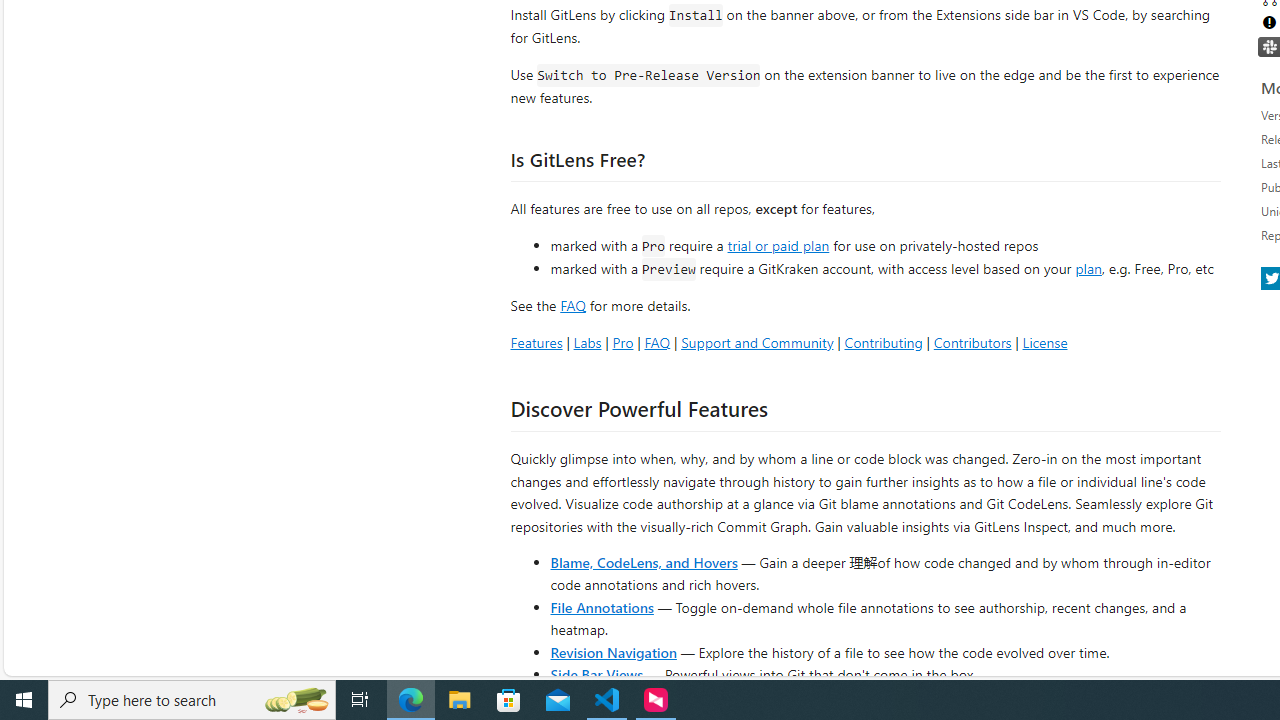 Image resolution: width=1280 pixels, height=720 pixels. What do you see at coordinates (621, 341) in the screenshot?
I see `'Pro'` at bounding box center [621, 341].